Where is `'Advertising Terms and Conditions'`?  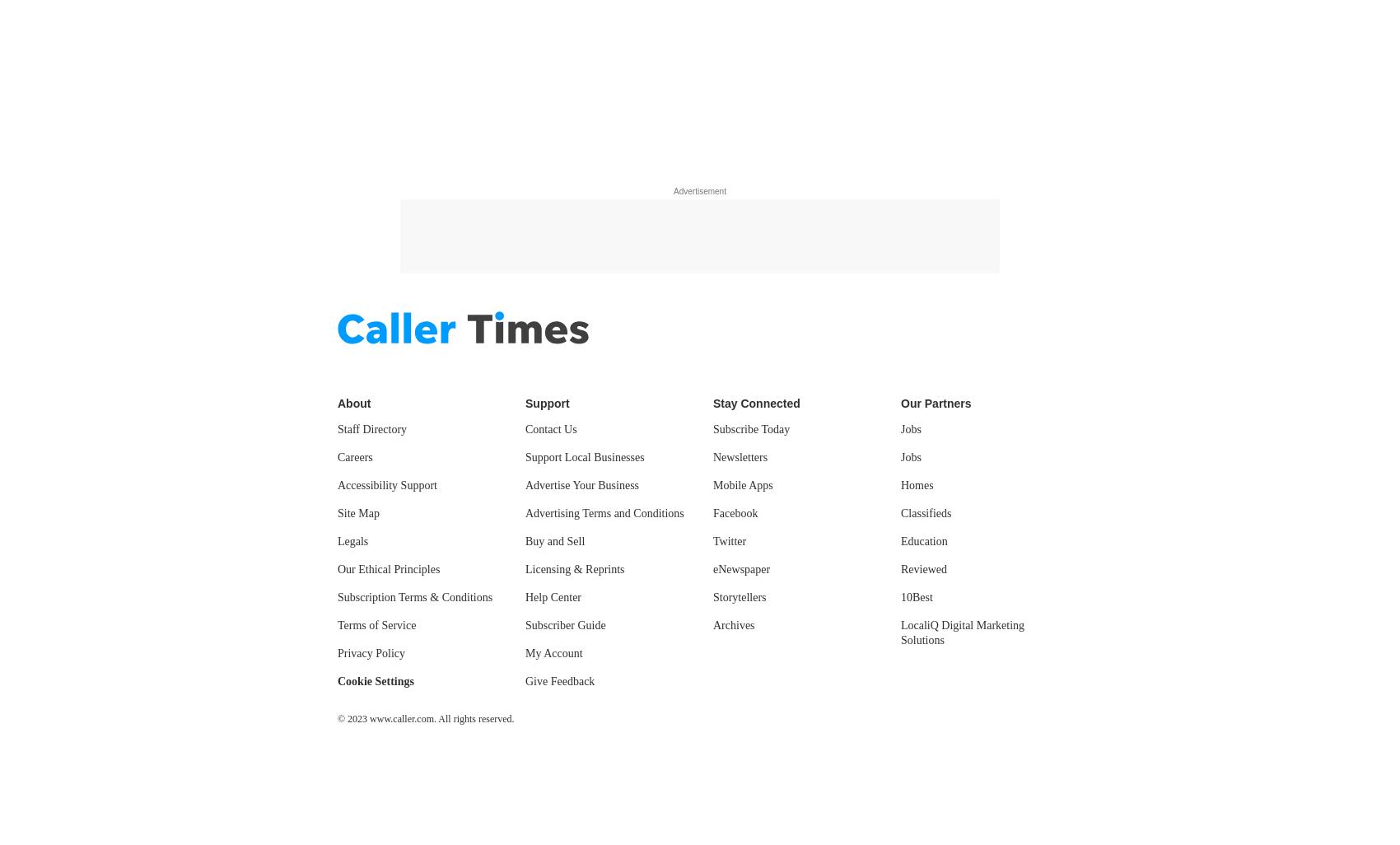 'Advertising Terms and Conditions' is located at coordinates (525, 513).